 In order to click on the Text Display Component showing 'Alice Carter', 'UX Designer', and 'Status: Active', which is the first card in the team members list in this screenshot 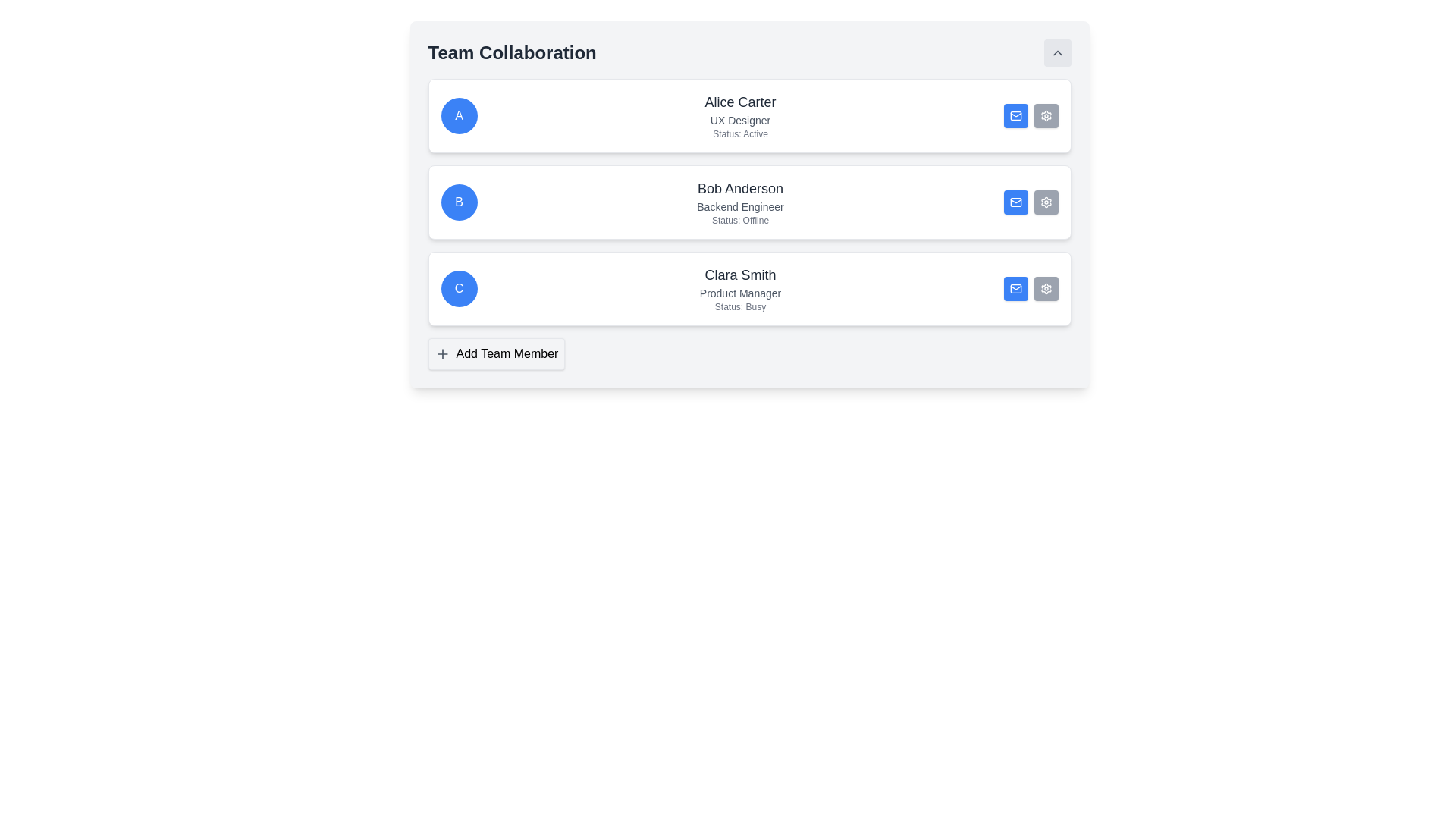, I will do `click(740, 115)`.